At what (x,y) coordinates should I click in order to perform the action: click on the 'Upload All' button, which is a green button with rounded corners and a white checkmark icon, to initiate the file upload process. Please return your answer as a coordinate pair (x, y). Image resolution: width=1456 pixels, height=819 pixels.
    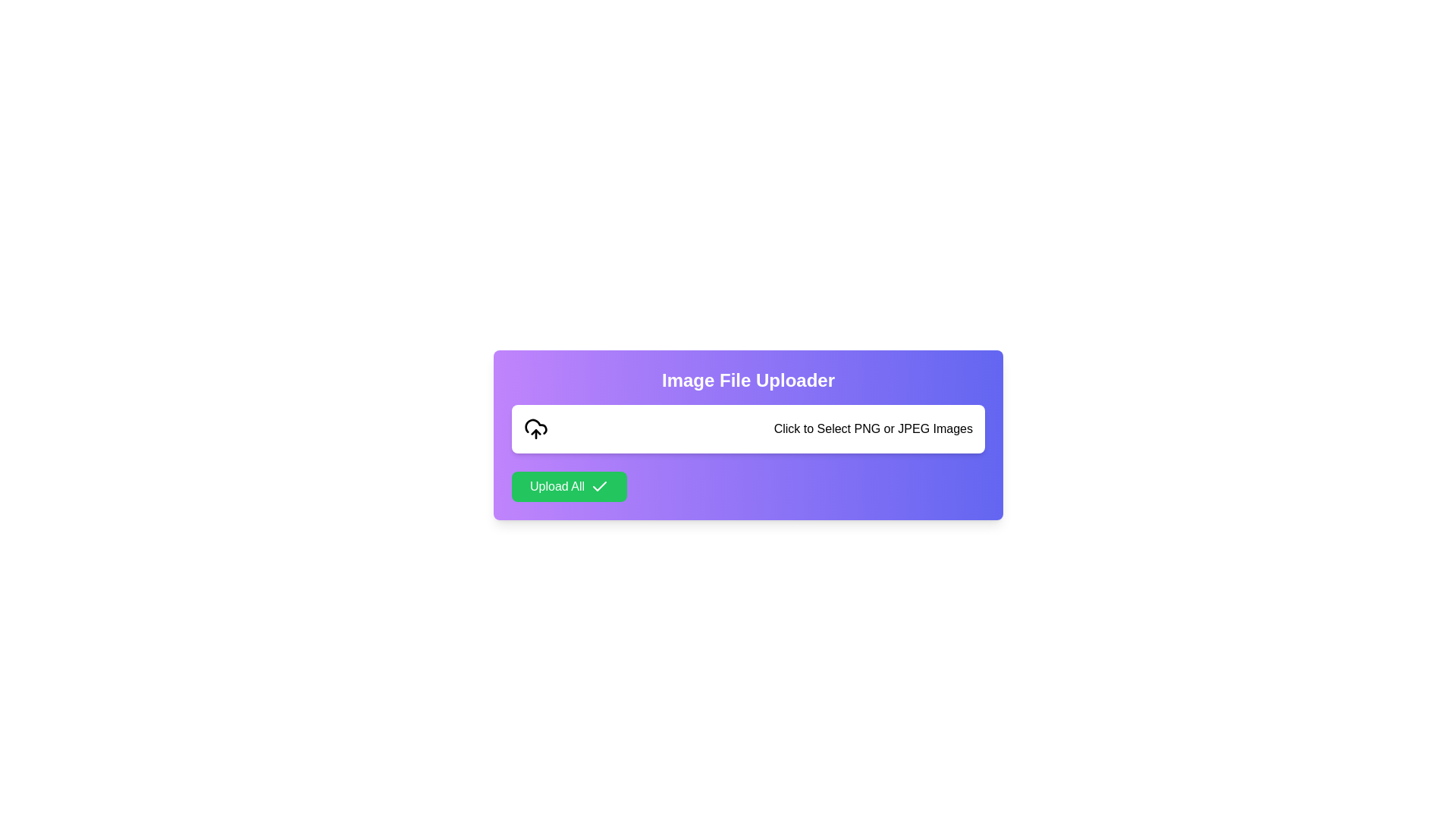
    Looking at the image, I should click on (569, 486).